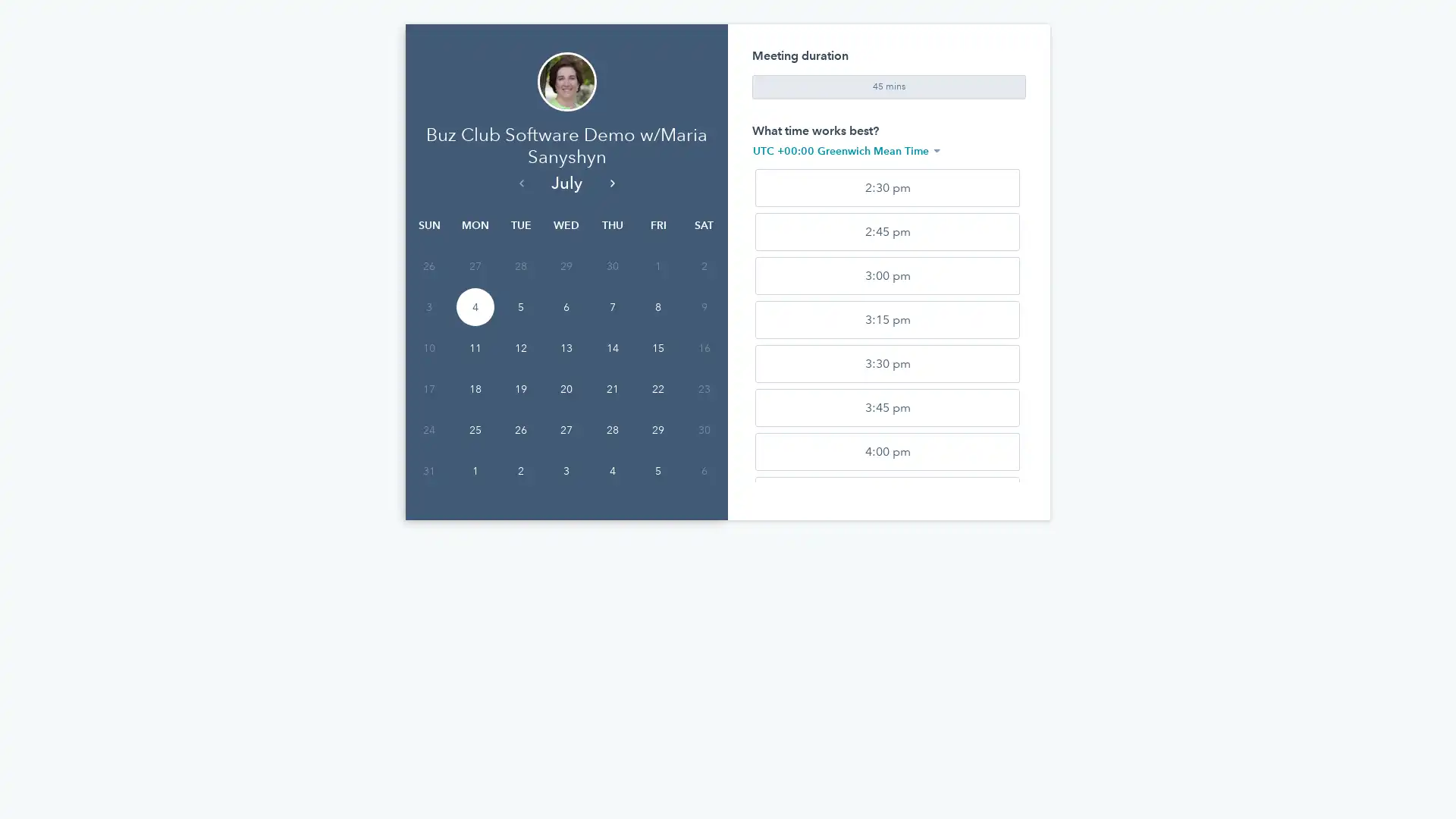  Describe the element at coordinates (520, 488) in the screenshot. I see `July 26th` at that location.